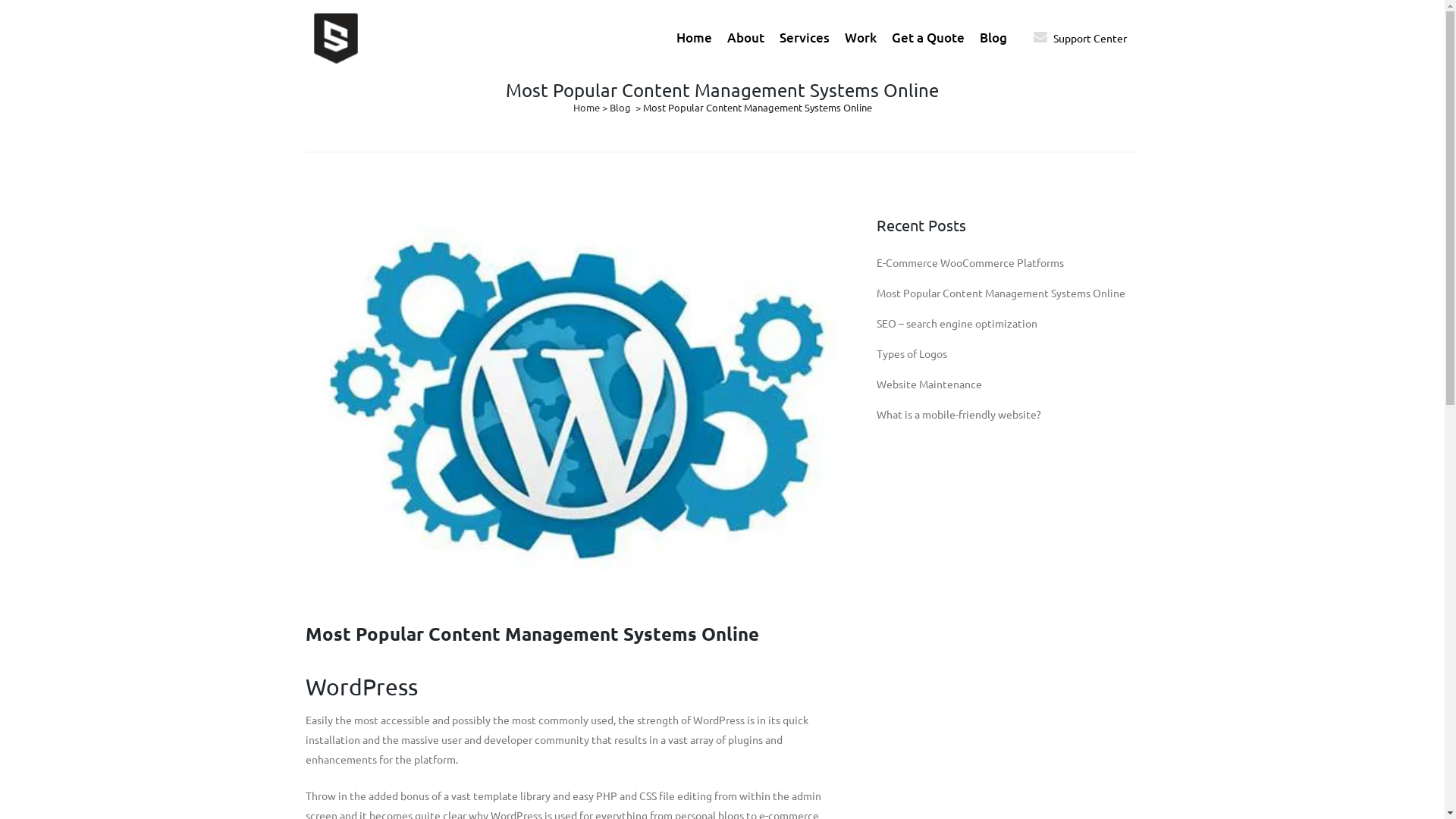 The height and width of the screenshot is (819, 1456). What do you see at coordinates (585, 106) in the screenshot?
I see `'Home'` at bounding box center [585, 106].